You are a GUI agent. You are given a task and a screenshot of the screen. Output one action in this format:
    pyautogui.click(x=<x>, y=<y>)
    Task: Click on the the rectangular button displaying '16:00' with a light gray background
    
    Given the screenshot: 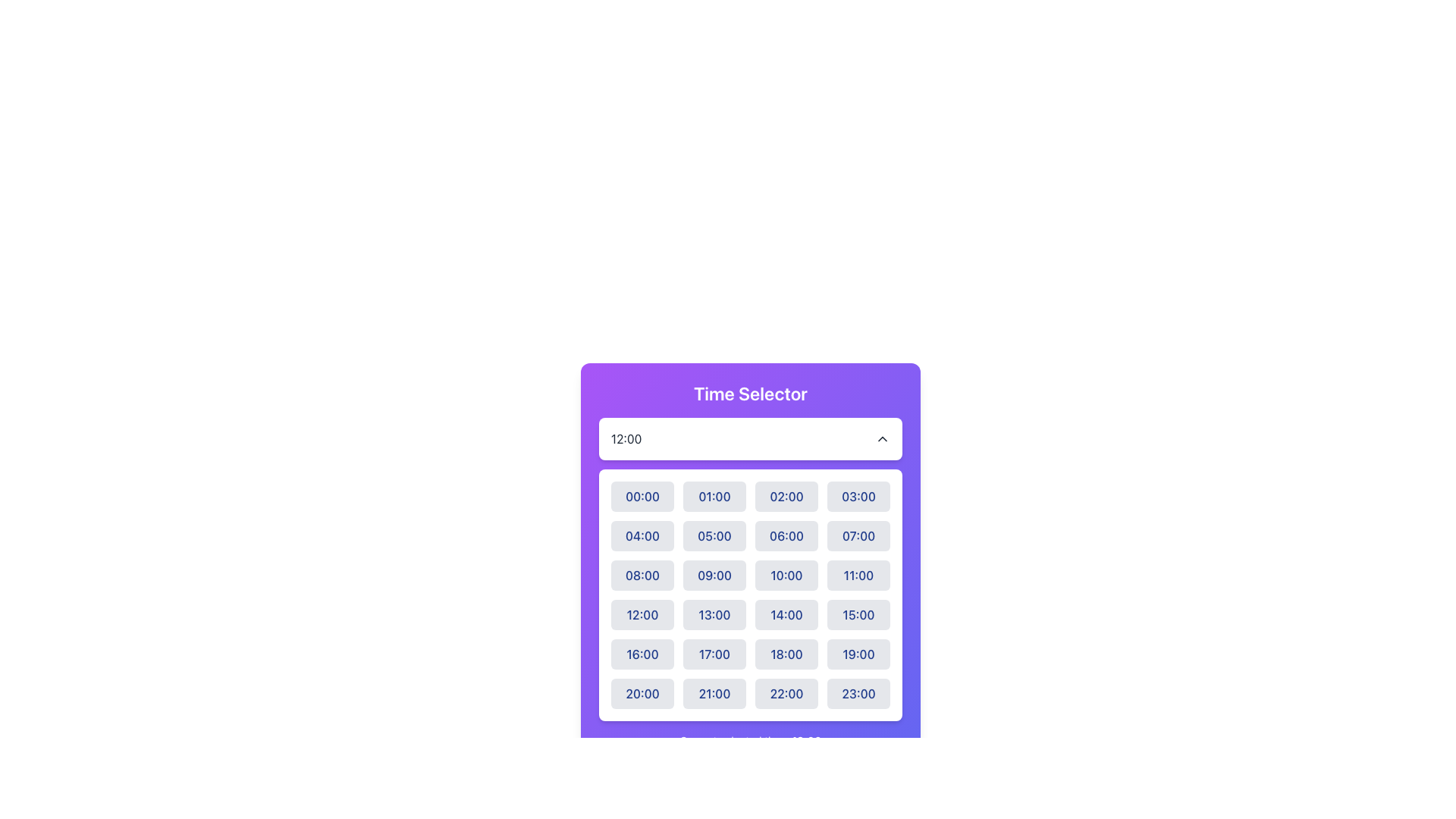 What is the action you would take?
    pyautogui.click(x=642, y=654)
    